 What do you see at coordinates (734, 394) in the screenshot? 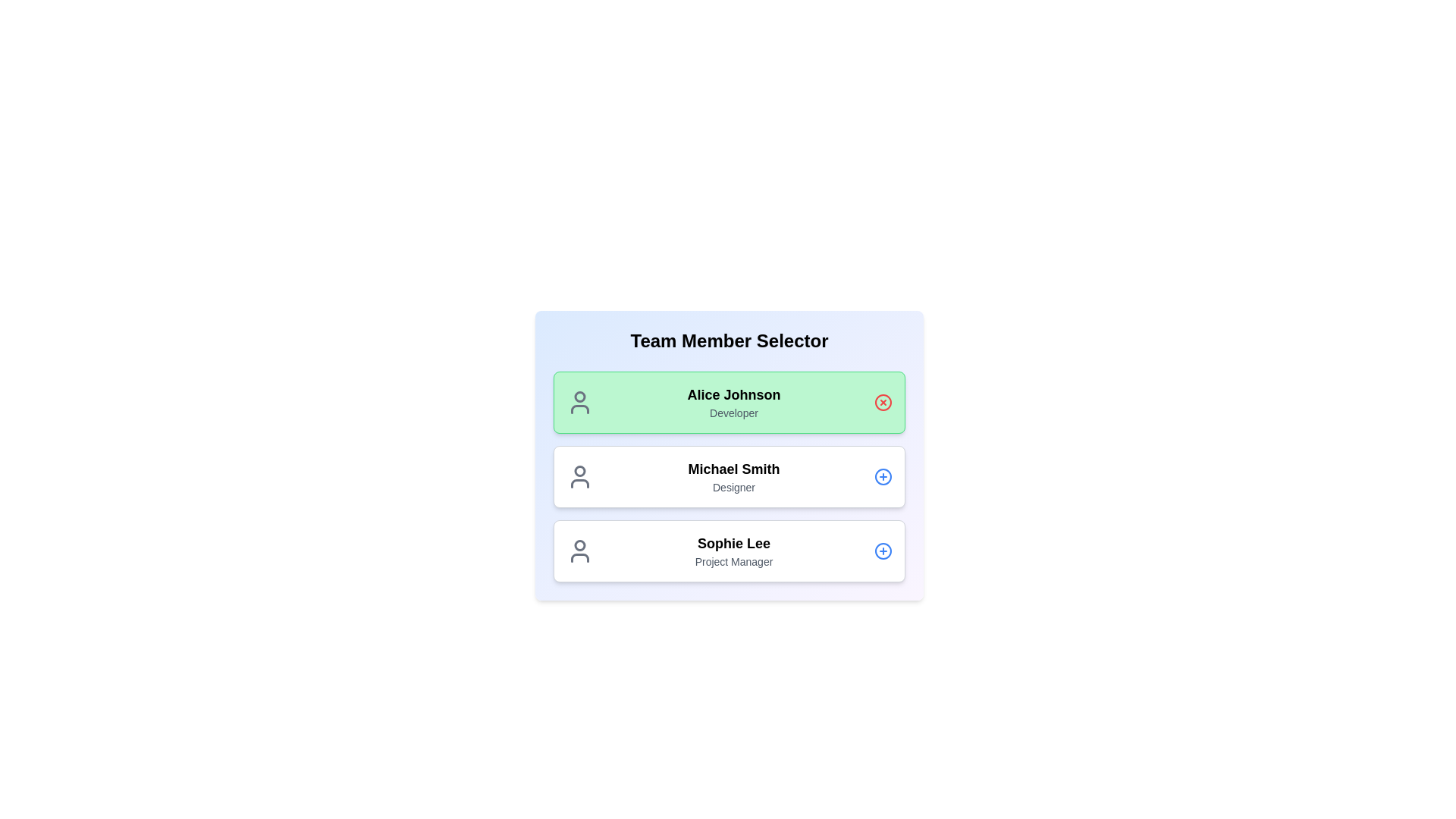
I see `the text of the team member's name or role to select it` at bounding box center [734, 394].